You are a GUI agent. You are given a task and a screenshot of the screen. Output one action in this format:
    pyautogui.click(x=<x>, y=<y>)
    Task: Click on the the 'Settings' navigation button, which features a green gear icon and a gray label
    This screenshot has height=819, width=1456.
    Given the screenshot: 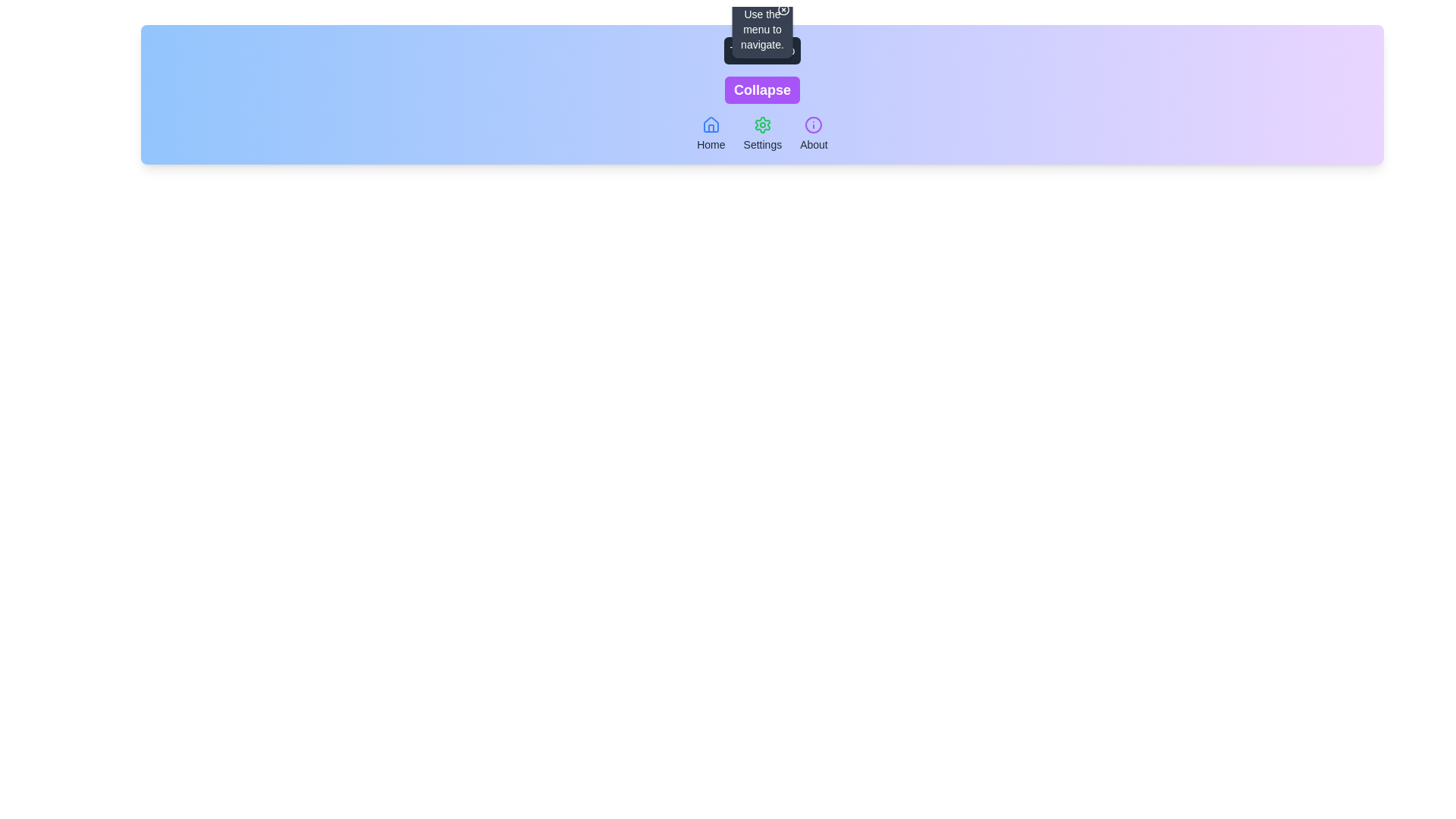 What is the action you would take?
    pyautogui.click(x=762, y=133)
    